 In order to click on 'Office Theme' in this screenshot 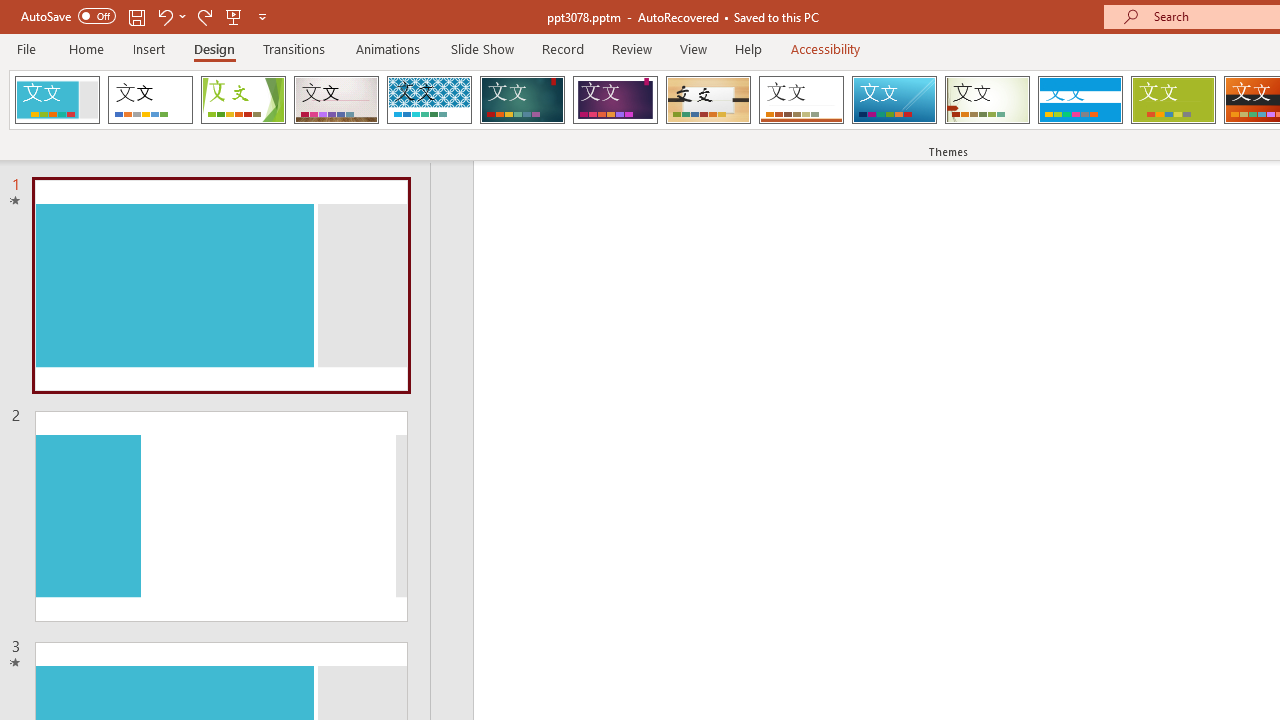, I will do `click(149, 100)`.